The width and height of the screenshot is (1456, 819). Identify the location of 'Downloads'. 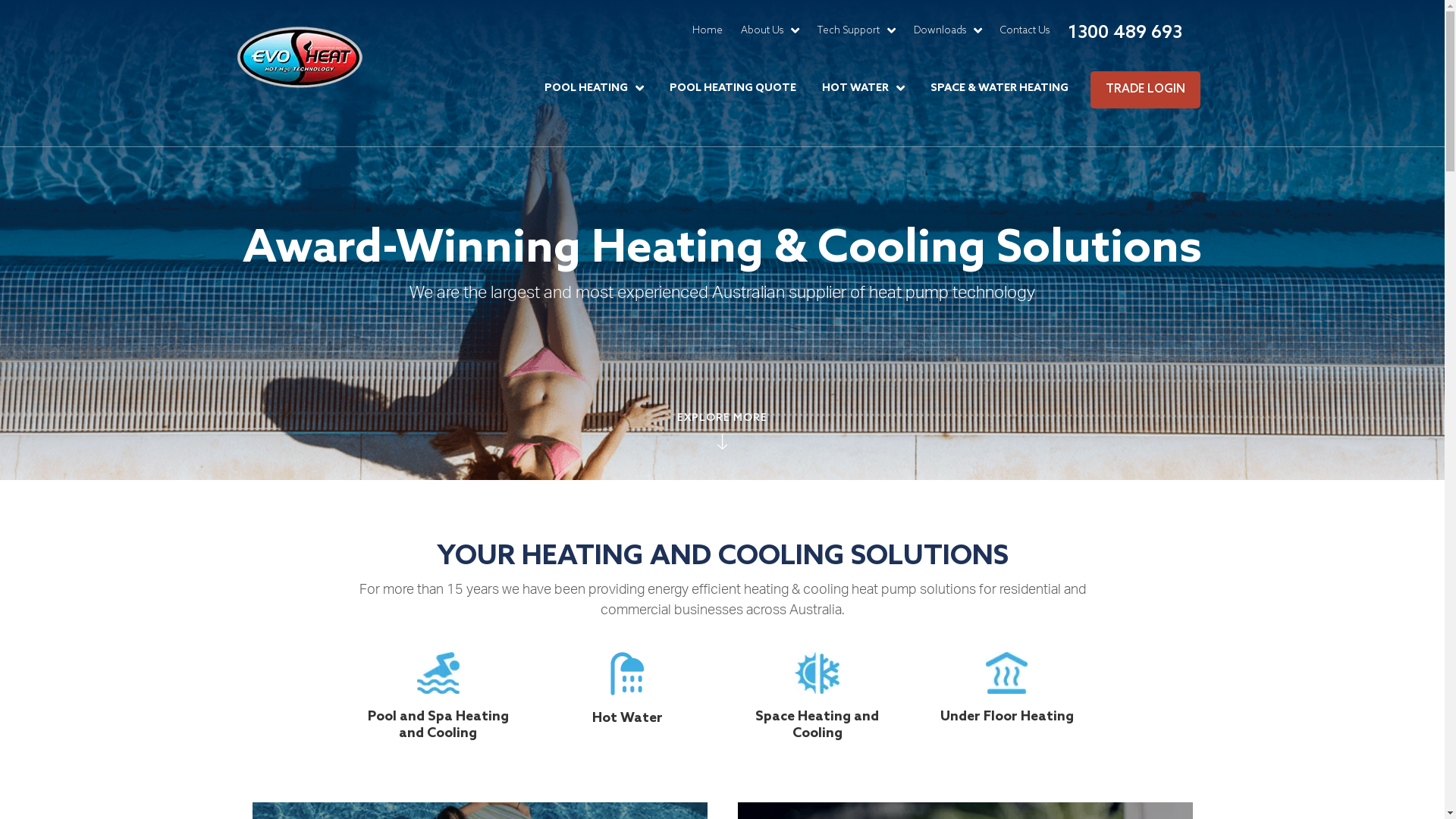
(912, 30).